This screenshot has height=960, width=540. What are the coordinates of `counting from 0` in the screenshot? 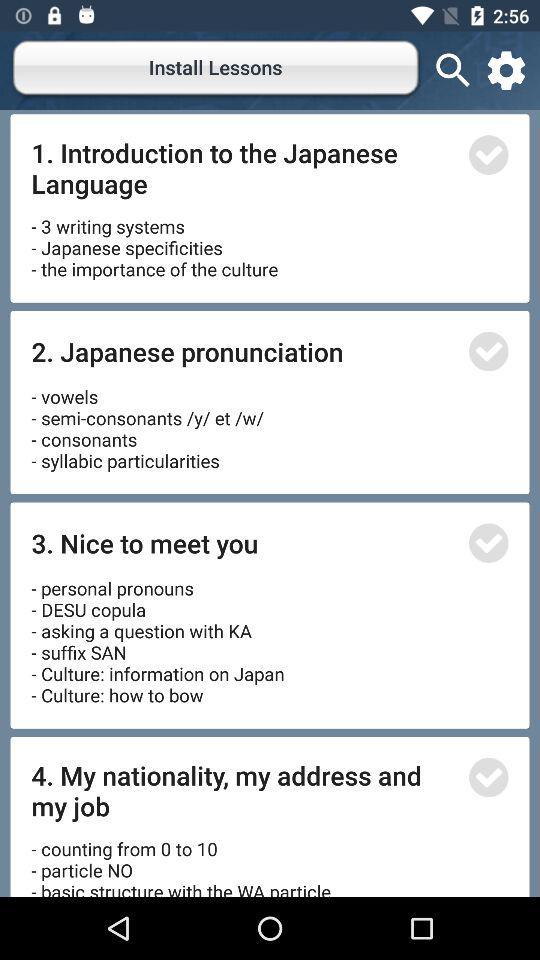 It's located at (184, 859).